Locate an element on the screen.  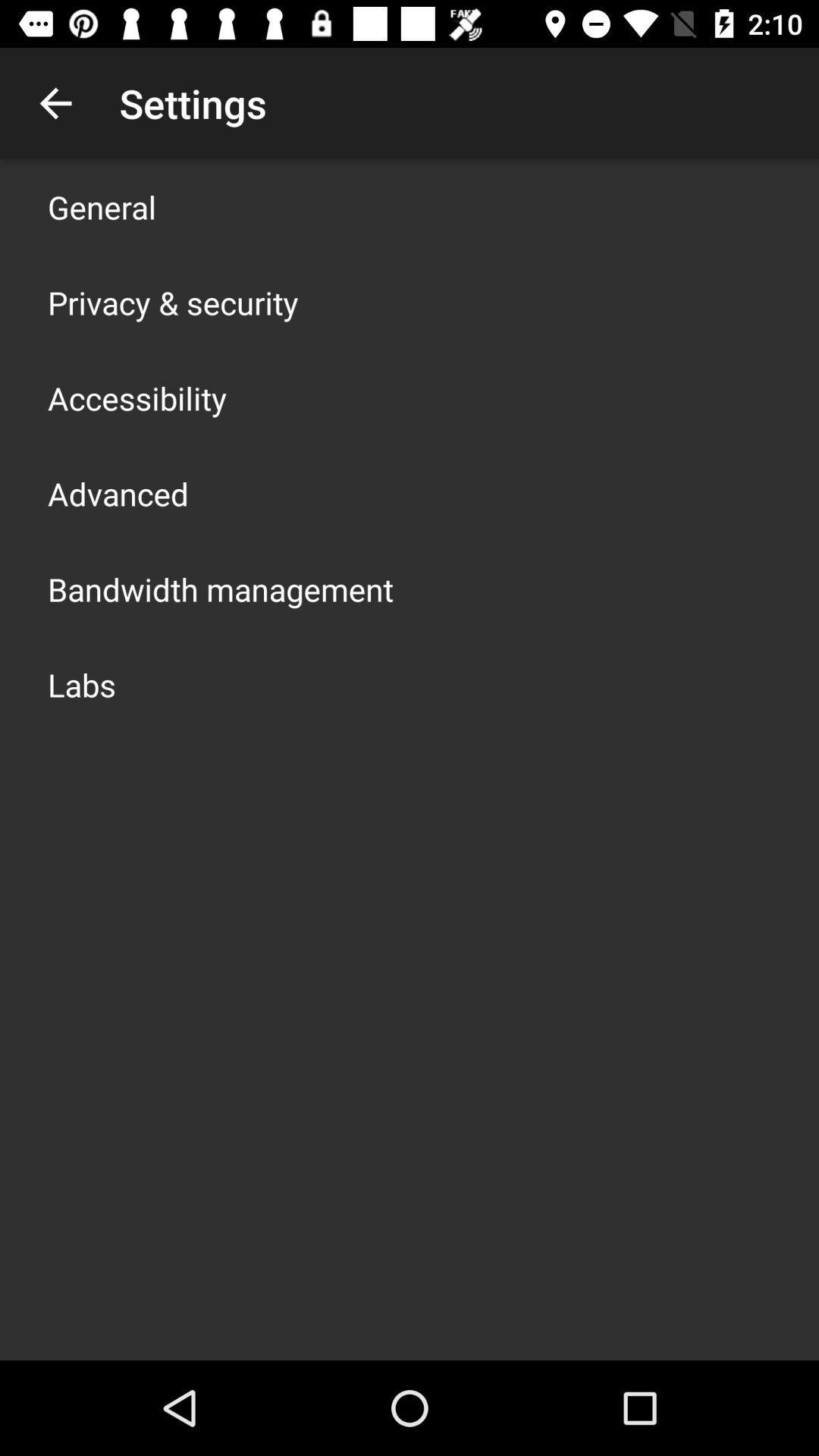
item above the accessibility app is located at coordinates (172, 302).